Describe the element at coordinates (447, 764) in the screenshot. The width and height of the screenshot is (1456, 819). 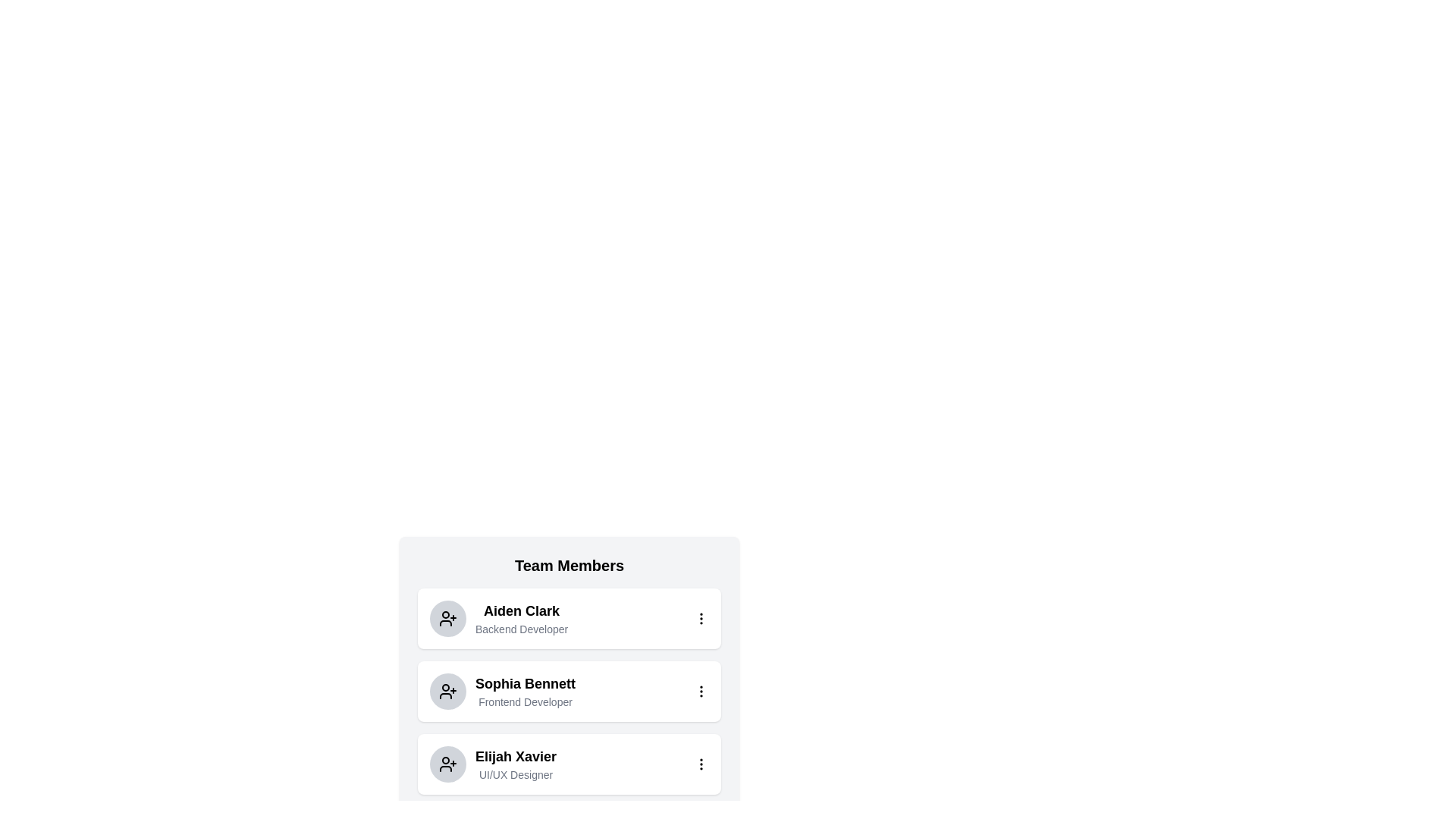
I see `the circular icon button with a gray background and a user symbol plus sign, located under the 'Team Members' section next to 'Elijah Xavier UI/UX Designer'` at that location.